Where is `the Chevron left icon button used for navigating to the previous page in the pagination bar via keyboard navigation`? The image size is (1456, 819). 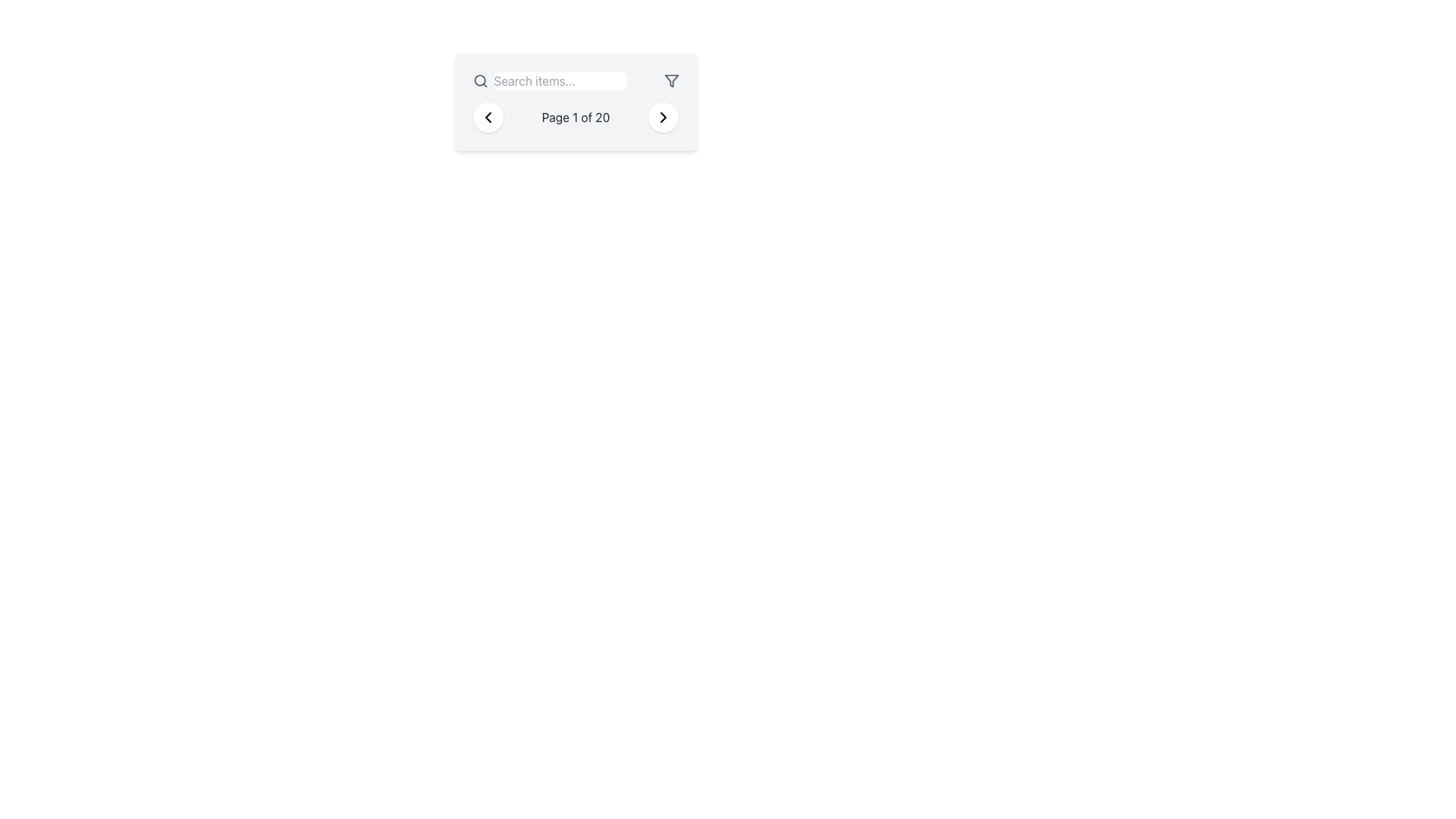
the Chevron left icon button used for navigating to the previous page in the pagination bar via keyboard navigation is located at coordinates (488, 116).